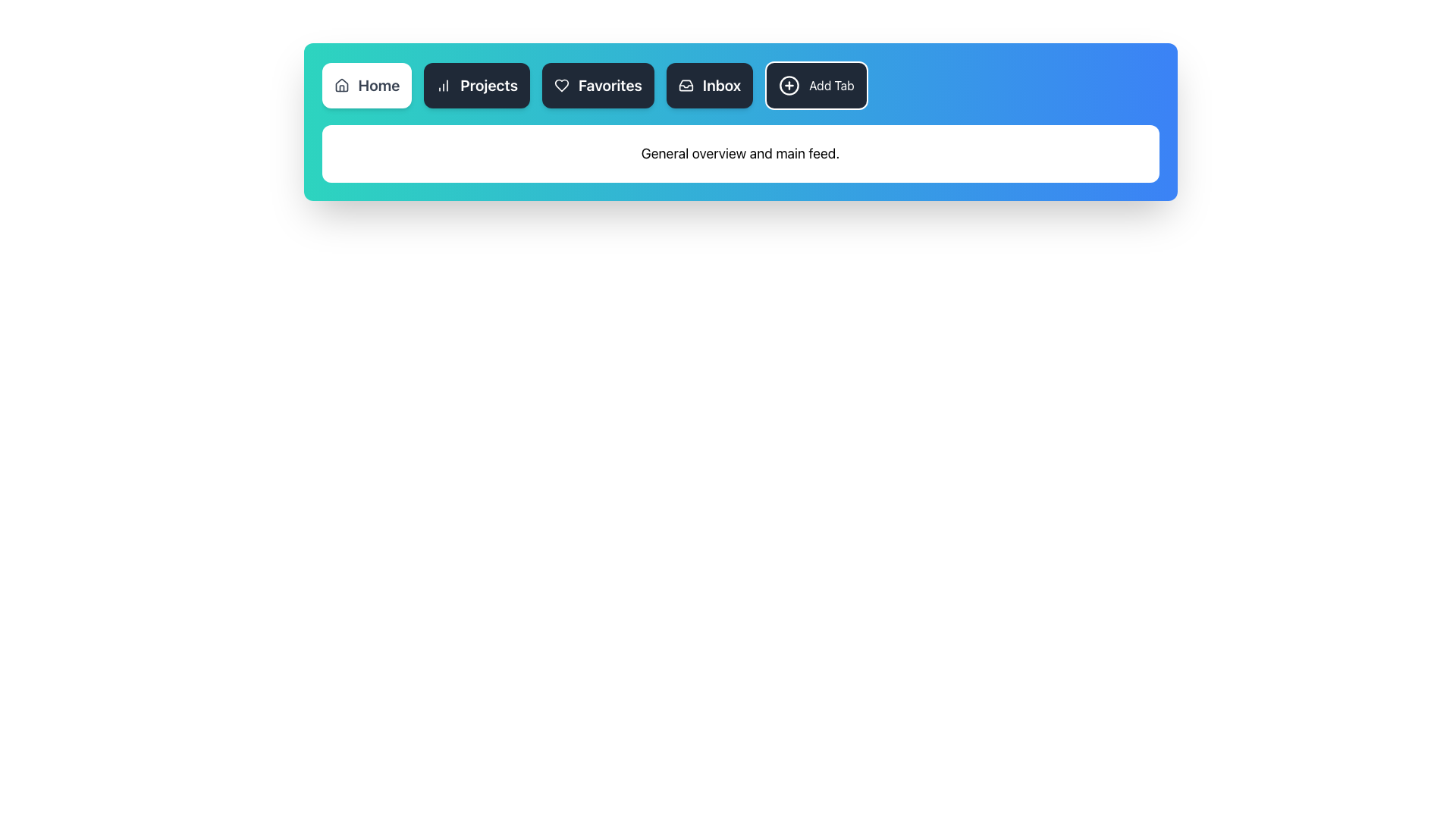 This screenshot has width=1456, height=819. I want to click on the 'Favorites' button, which is a textual label in bold on a dark background, located in the navigation menu, so click(610, 85).